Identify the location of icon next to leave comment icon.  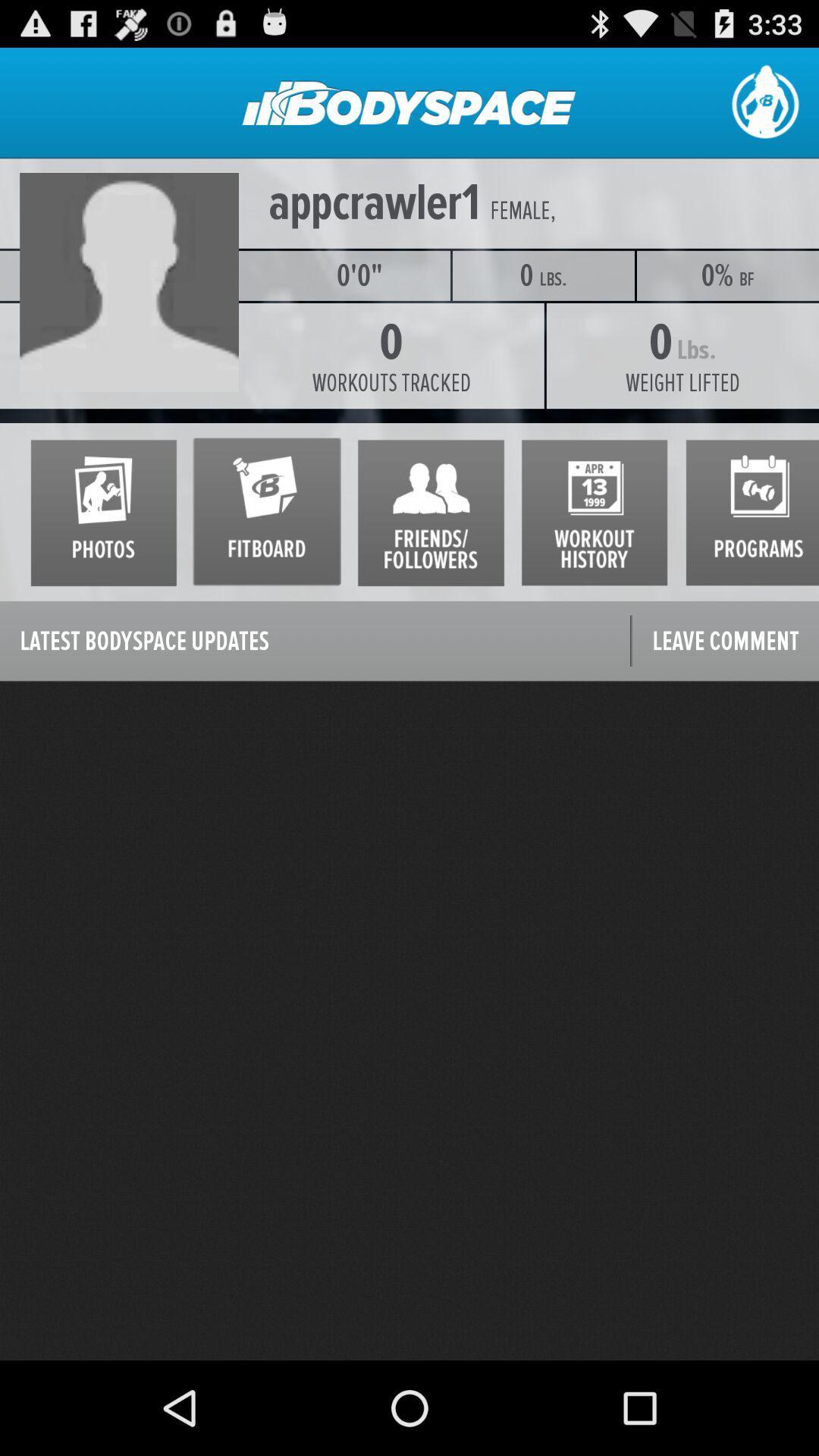
(315, 642).